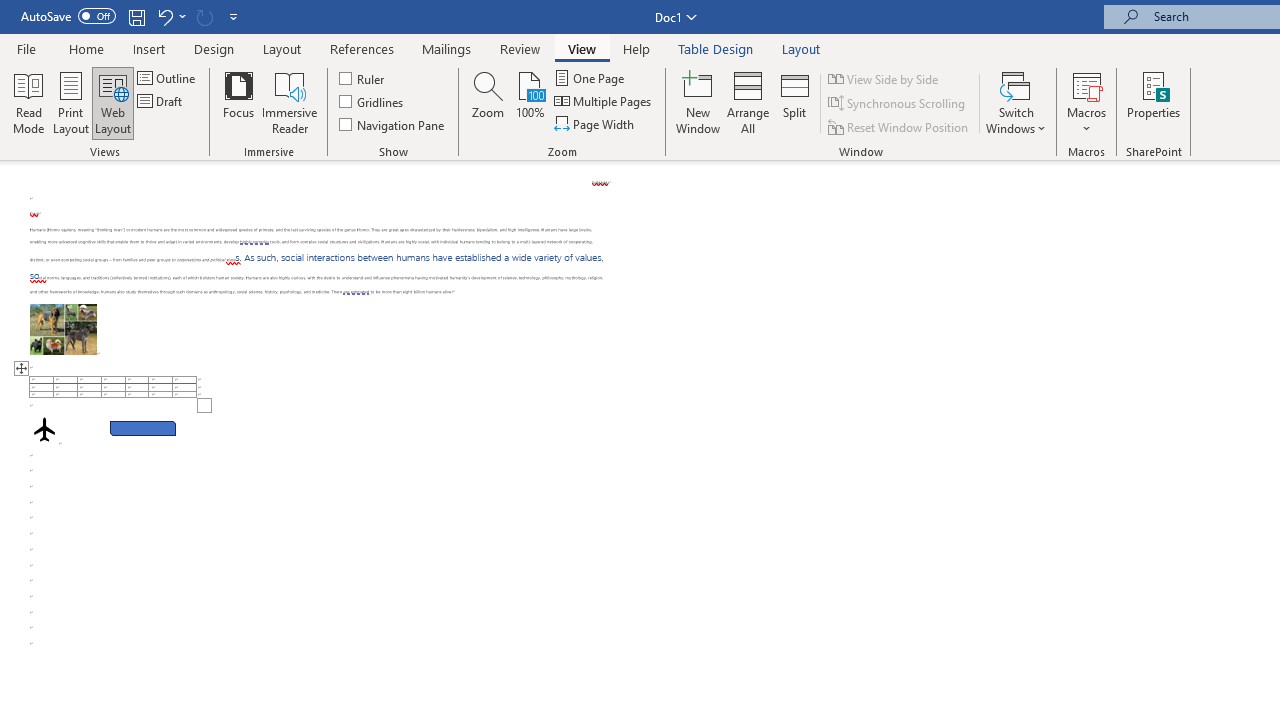  I want to click on 'Undo Row Height Spinner', so click(170, 16).